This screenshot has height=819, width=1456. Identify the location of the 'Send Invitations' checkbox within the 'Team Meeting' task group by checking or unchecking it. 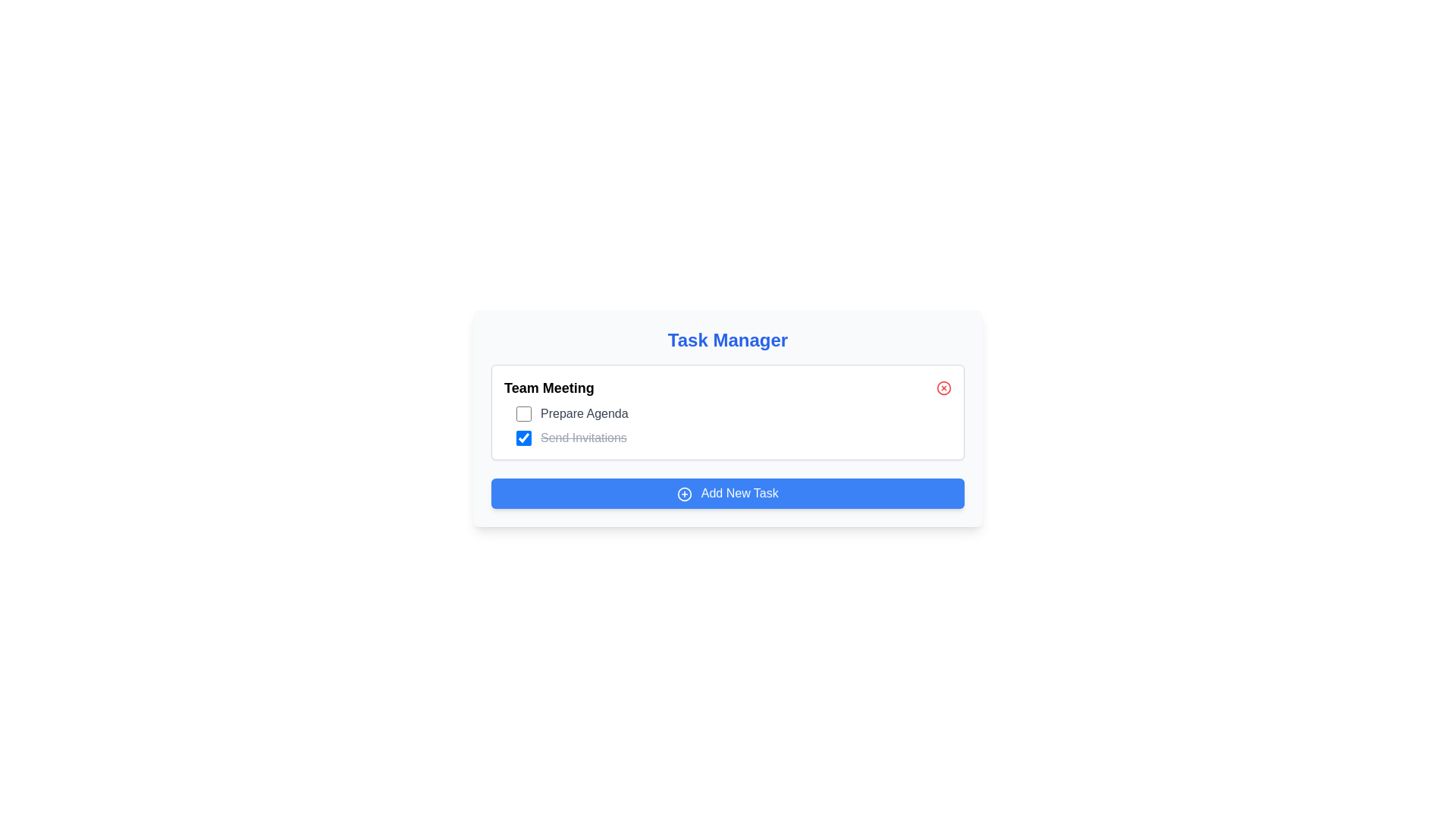
(728, 412).